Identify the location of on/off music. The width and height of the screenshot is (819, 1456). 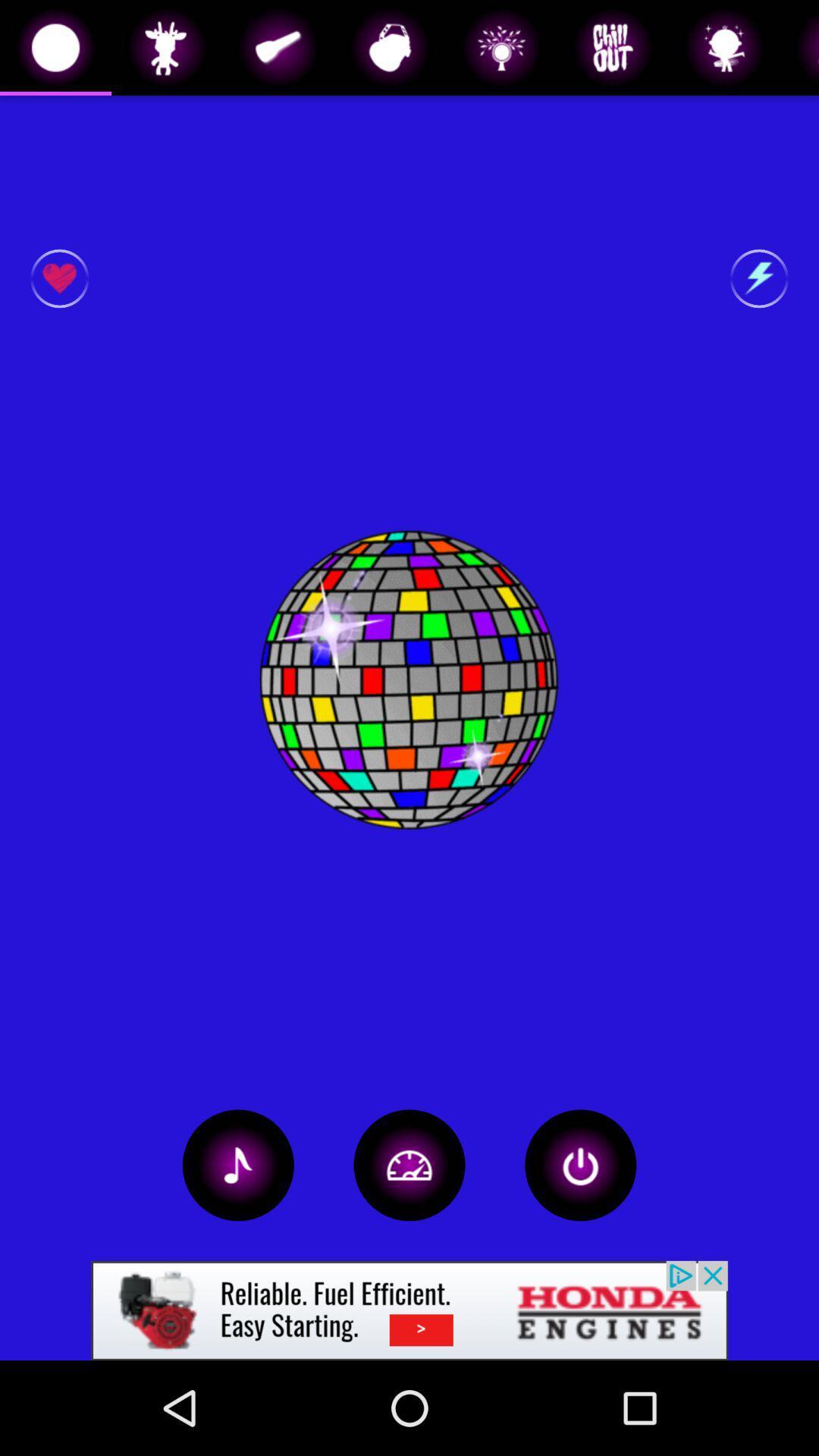
(238, 1164).